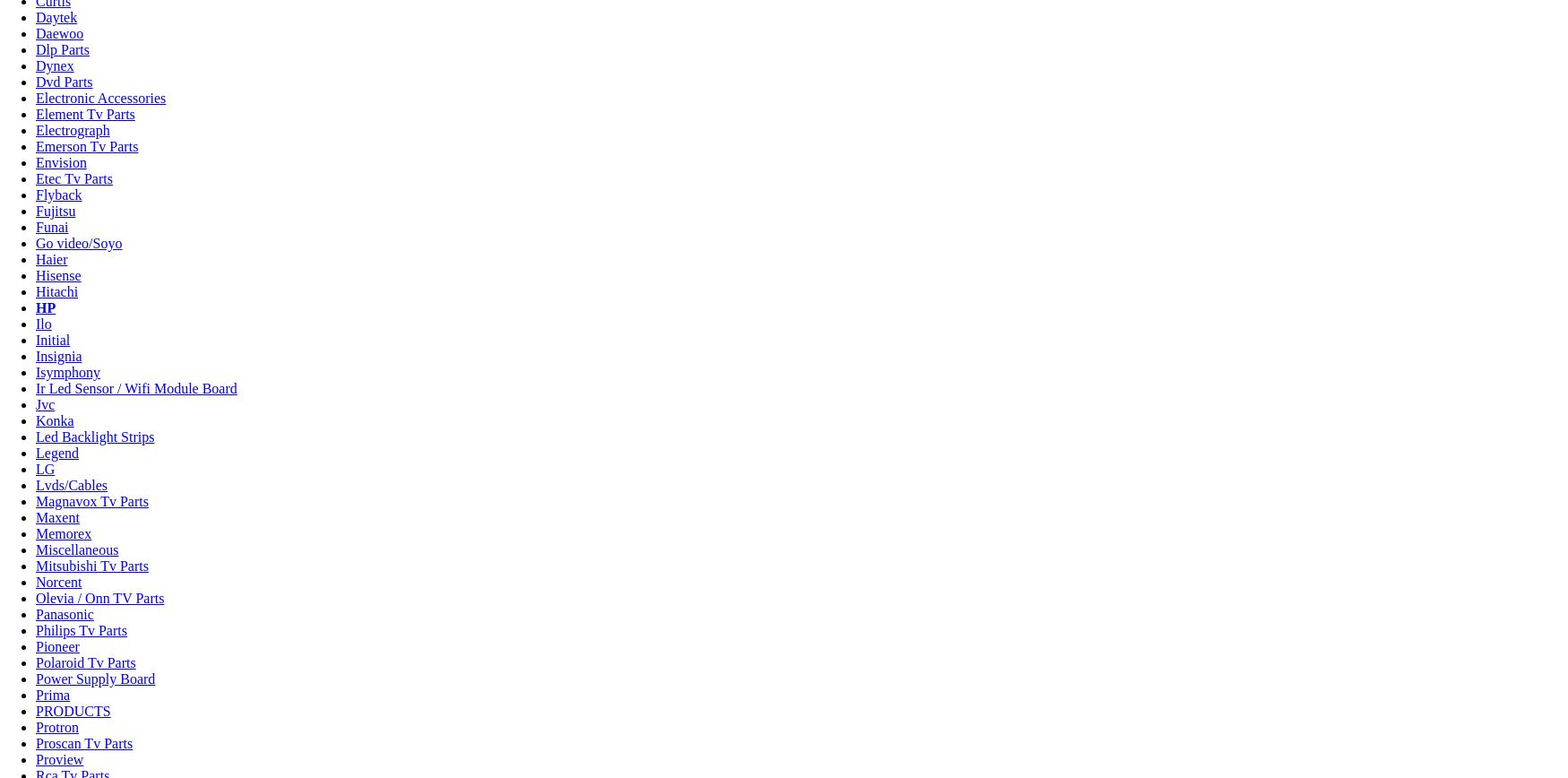  I want to click on 'Prima', so click(51, 695).